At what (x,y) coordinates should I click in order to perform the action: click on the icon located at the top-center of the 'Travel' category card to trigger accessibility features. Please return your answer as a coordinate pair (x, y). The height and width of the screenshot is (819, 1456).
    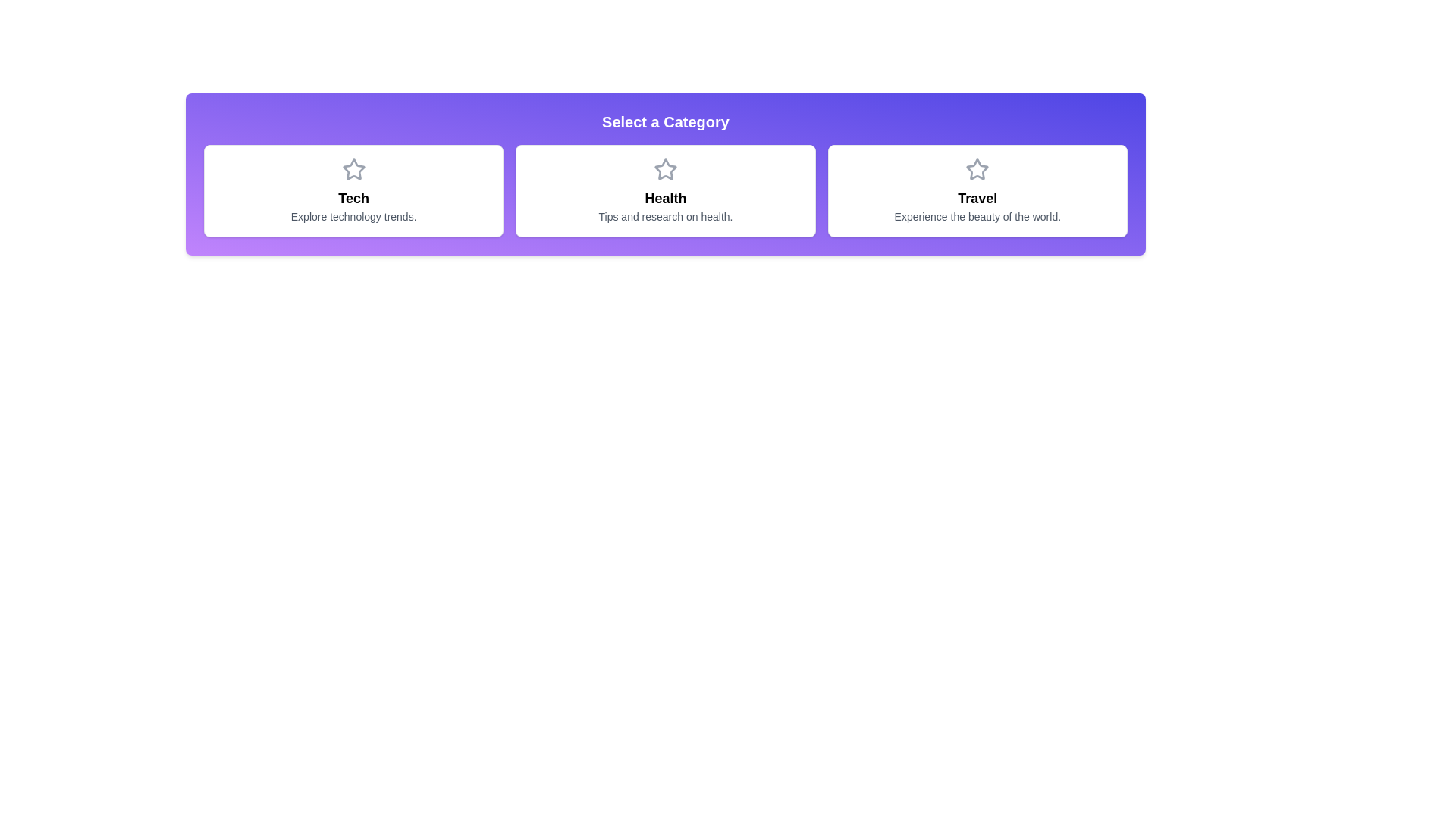
    Looking at the image, I should click on (977, 169).